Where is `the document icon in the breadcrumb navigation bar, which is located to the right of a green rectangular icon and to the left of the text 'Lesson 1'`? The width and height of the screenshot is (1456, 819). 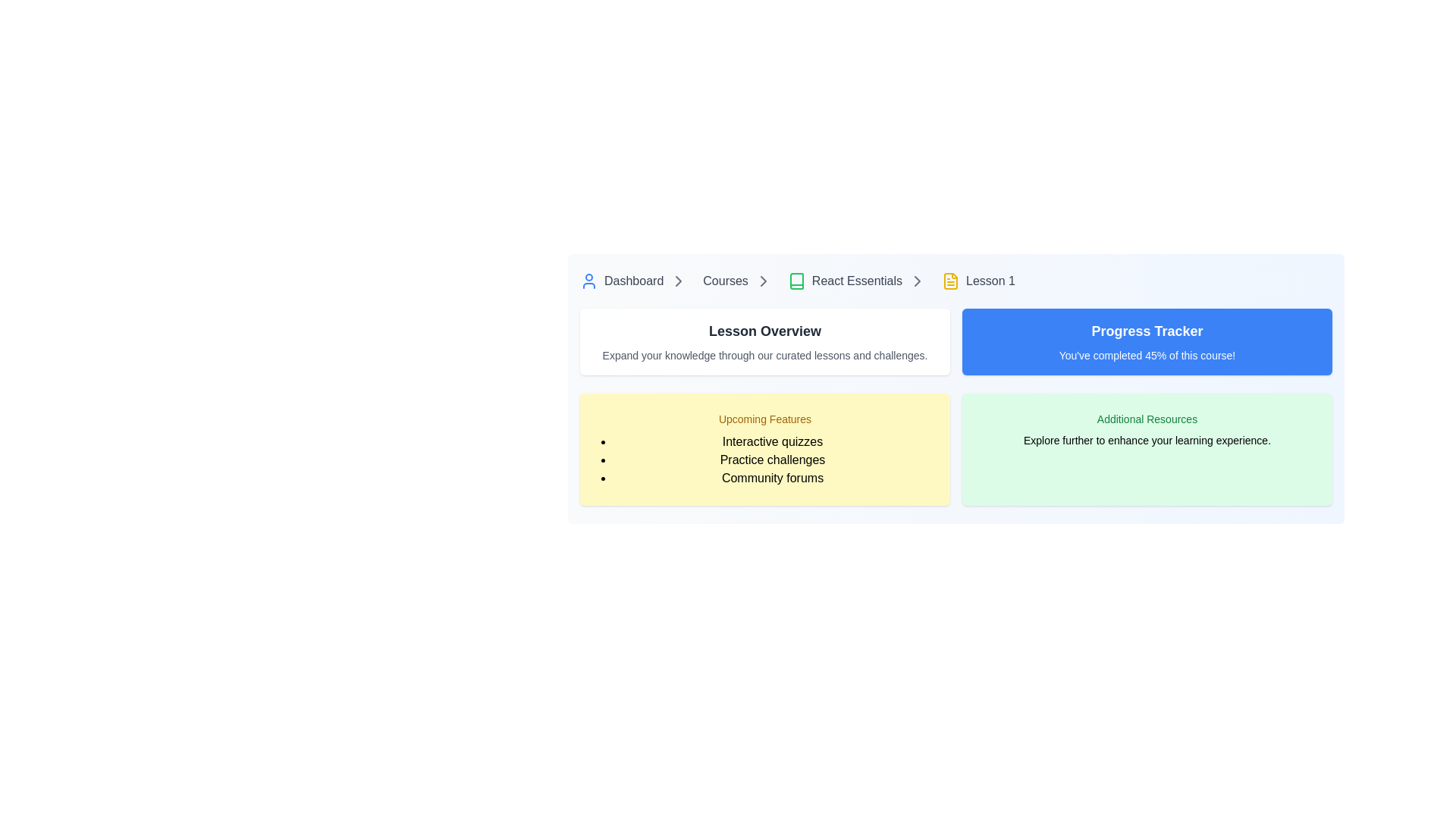
the document icon in the breadcrumb navigation bar, which is located to the right of a green rectangular icon and to the left of the text 'Lesson 1' is located at coordinates (949, 281).